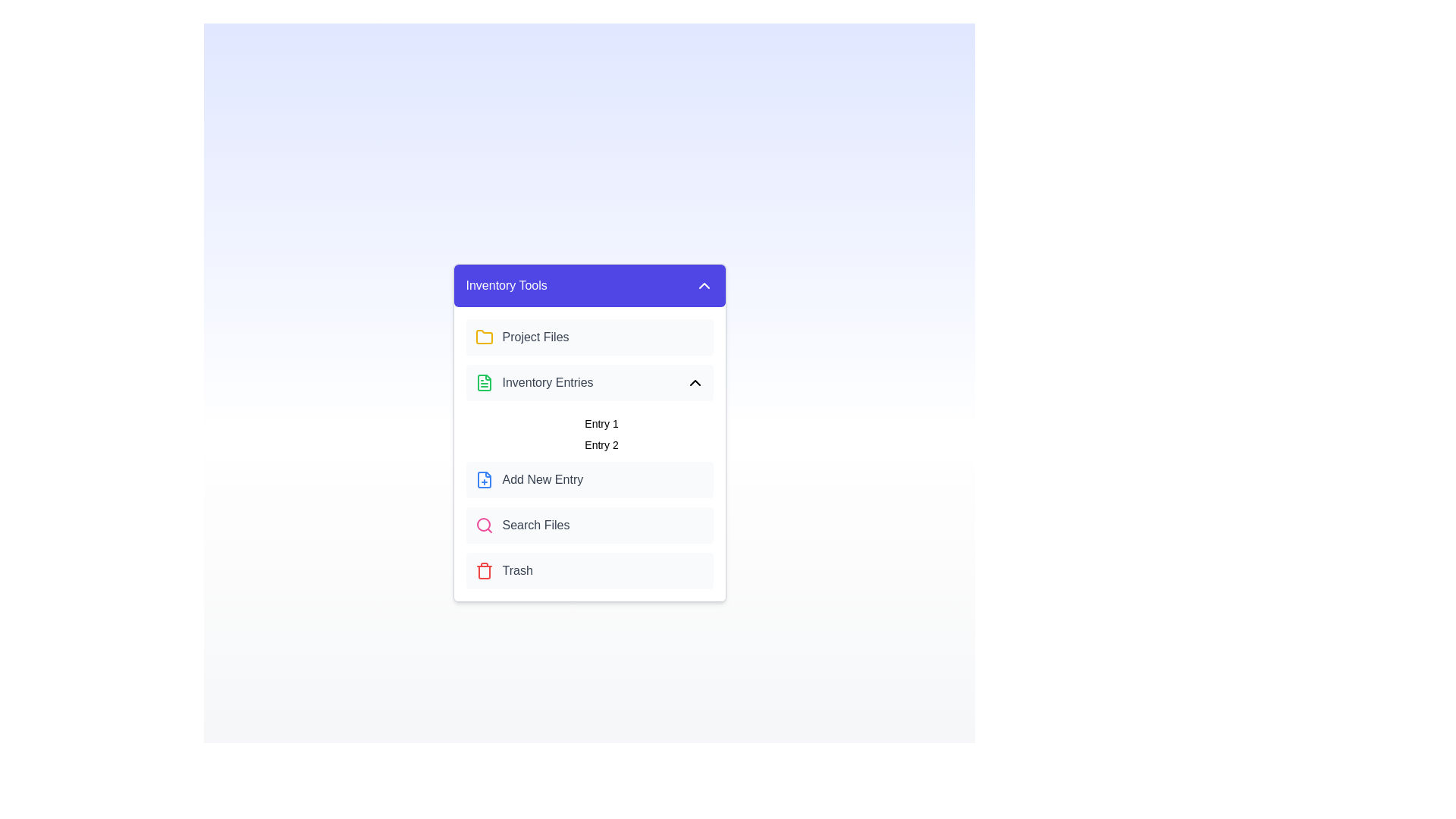 Image resolution: width=1456 pixels, height=819 pixels. What do you see at coordinates (483, 382) in the screenshot?
I see `the green-colored miniature file icon that represents document-related content, located to the left of the 'Inventory Entries' label` at bounding box center [483, 382].